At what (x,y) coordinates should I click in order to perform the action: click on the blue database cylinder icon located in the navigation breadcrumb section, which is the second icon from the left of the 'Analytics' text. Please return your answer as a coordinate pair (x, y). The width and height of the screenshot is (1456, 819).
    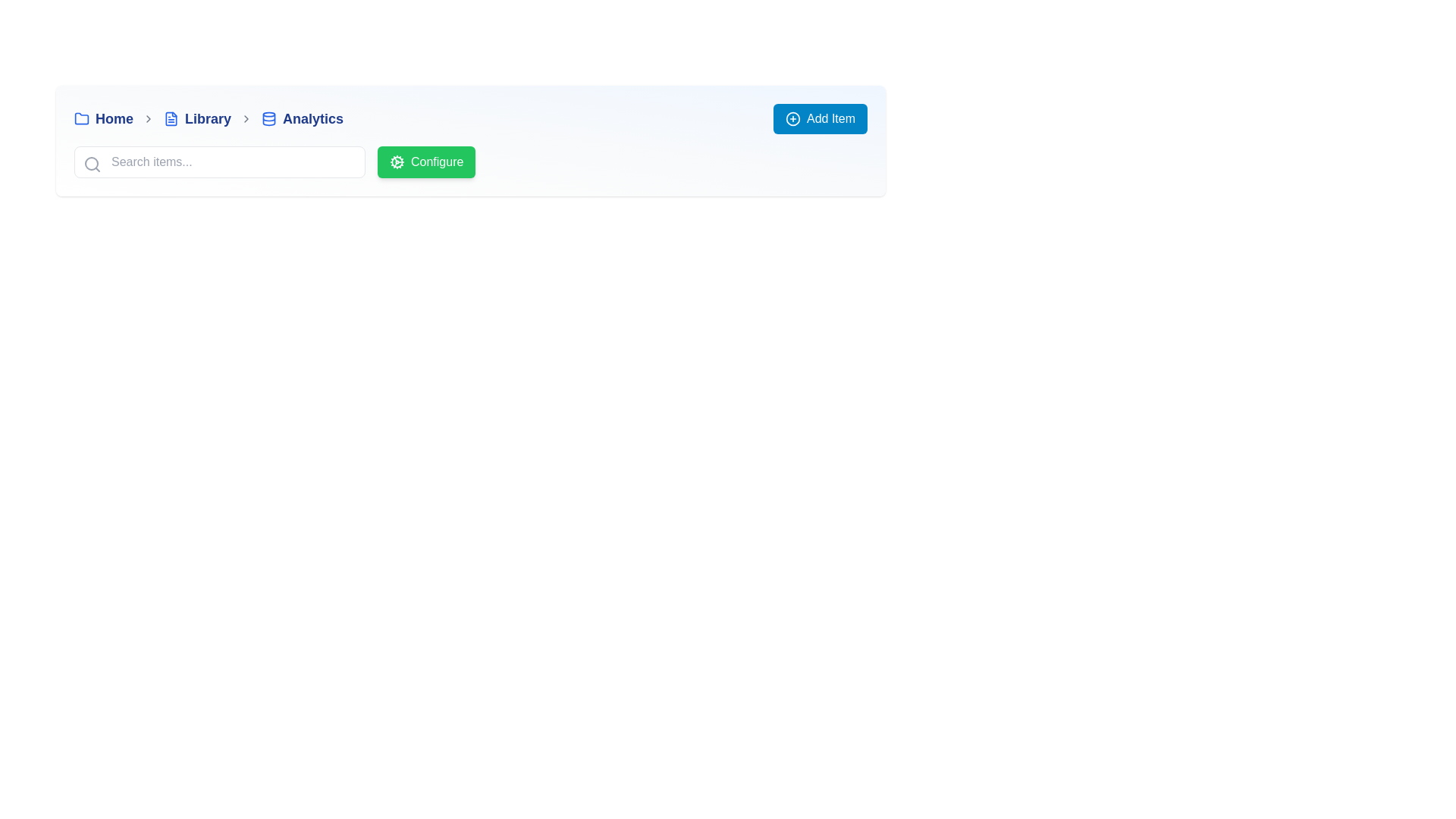
    Looking at the image, I should click on (269, 118).